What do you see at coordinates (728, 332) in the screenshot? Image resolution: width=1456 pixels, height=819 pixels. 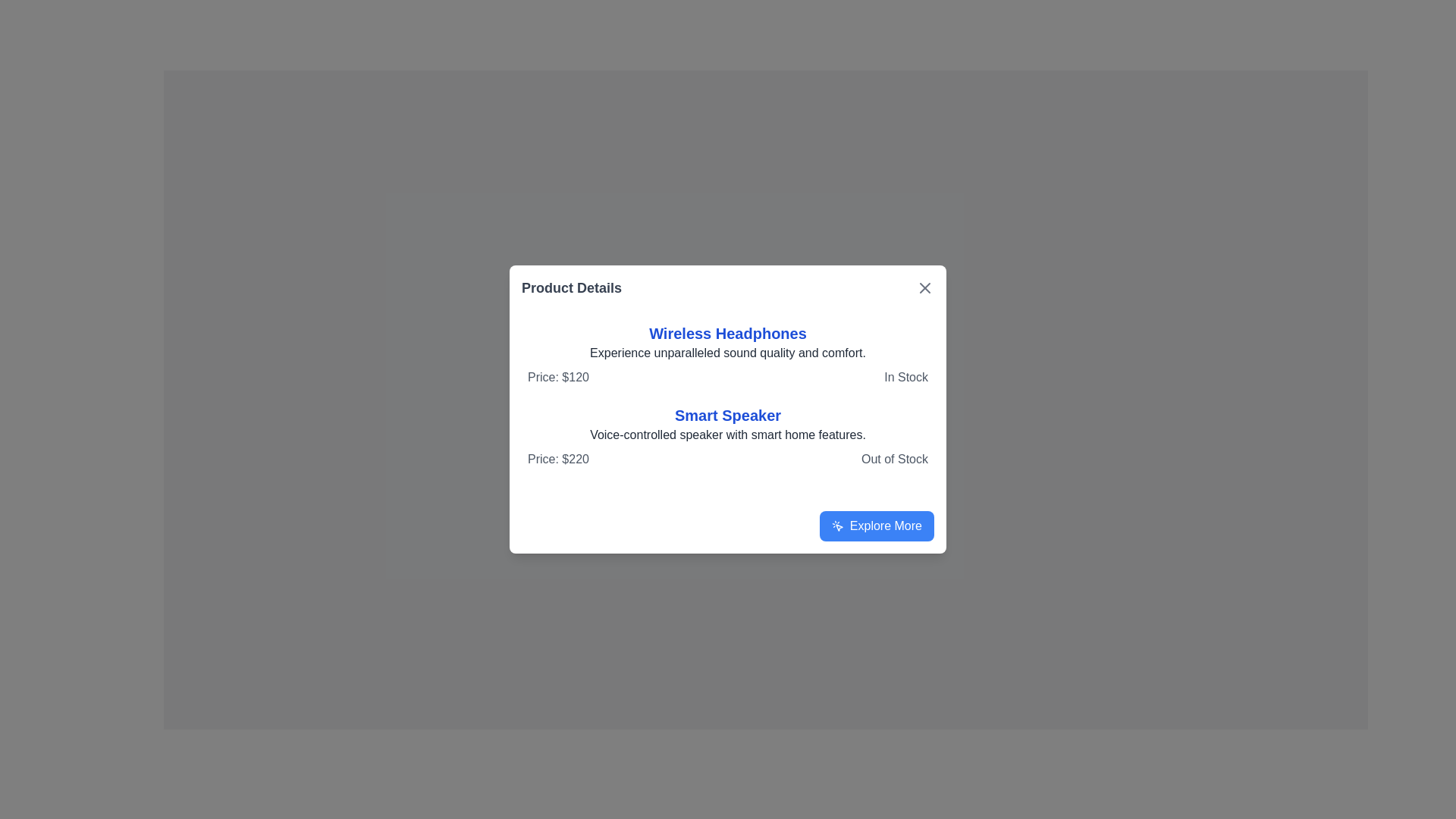 I see `the text label displaying 'Wireless Headphones' which is styled in large, bold, blue font and positioned at the top of the product information section under the heading 'Product Details'` at bounding box center [728, 332].